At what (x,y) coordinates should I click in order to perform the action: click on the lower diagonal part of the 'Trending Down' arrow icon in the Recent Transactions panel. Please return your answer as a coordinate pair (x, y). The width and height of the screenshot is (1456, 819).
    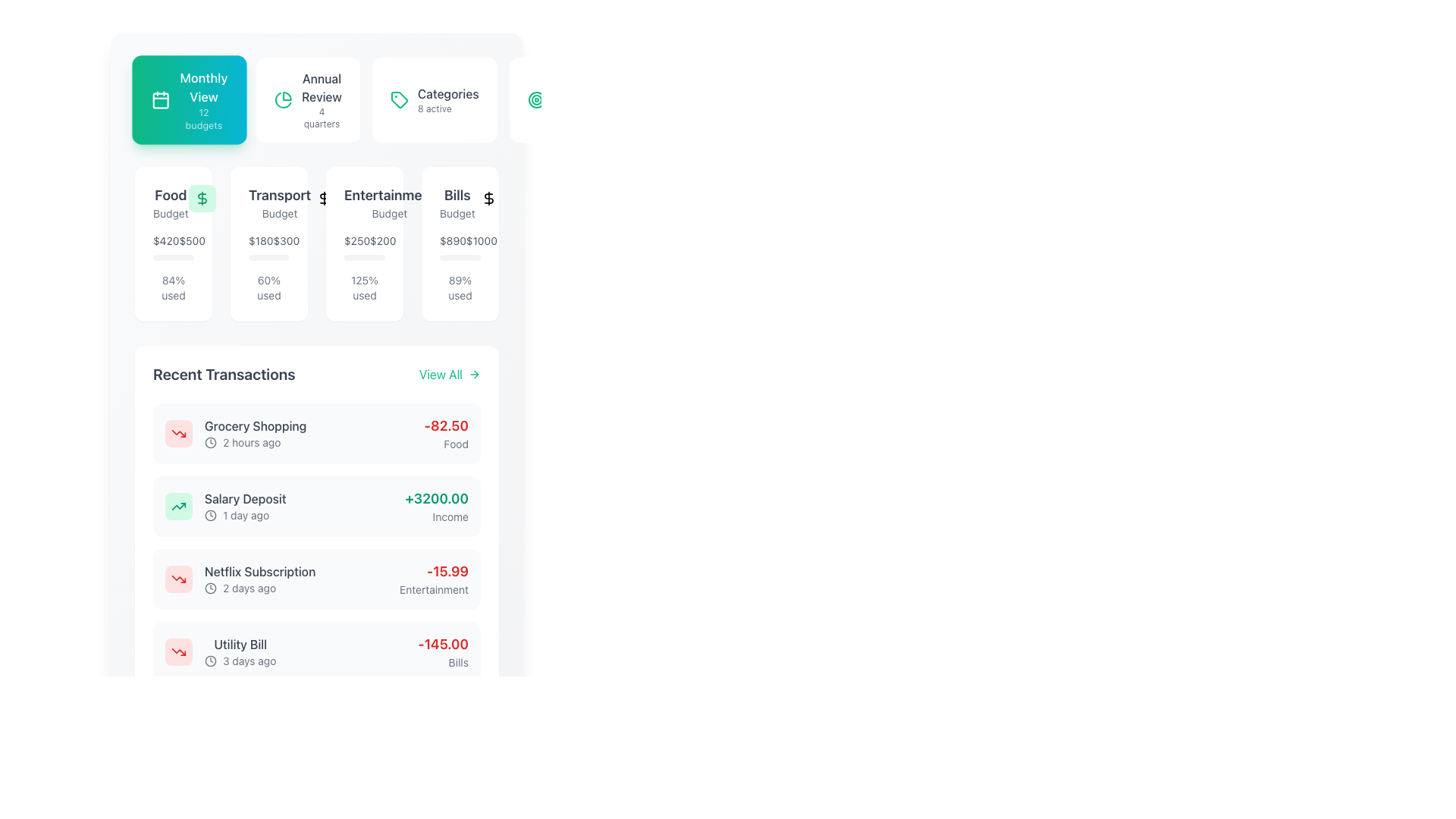
    Looking at the image, I should click on (178, 651).